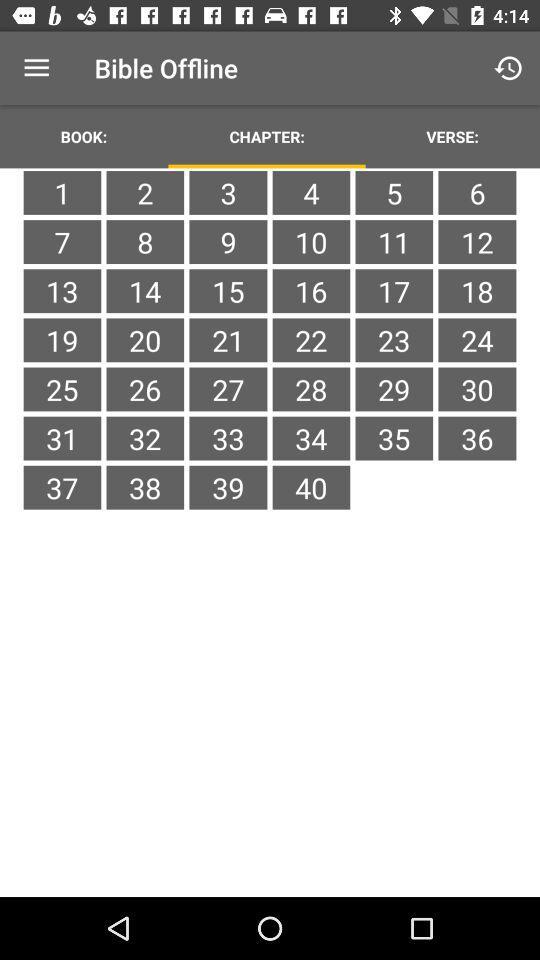 This screenshot has height=960, width=540. I want to click on 16 item, so click(311, 290).